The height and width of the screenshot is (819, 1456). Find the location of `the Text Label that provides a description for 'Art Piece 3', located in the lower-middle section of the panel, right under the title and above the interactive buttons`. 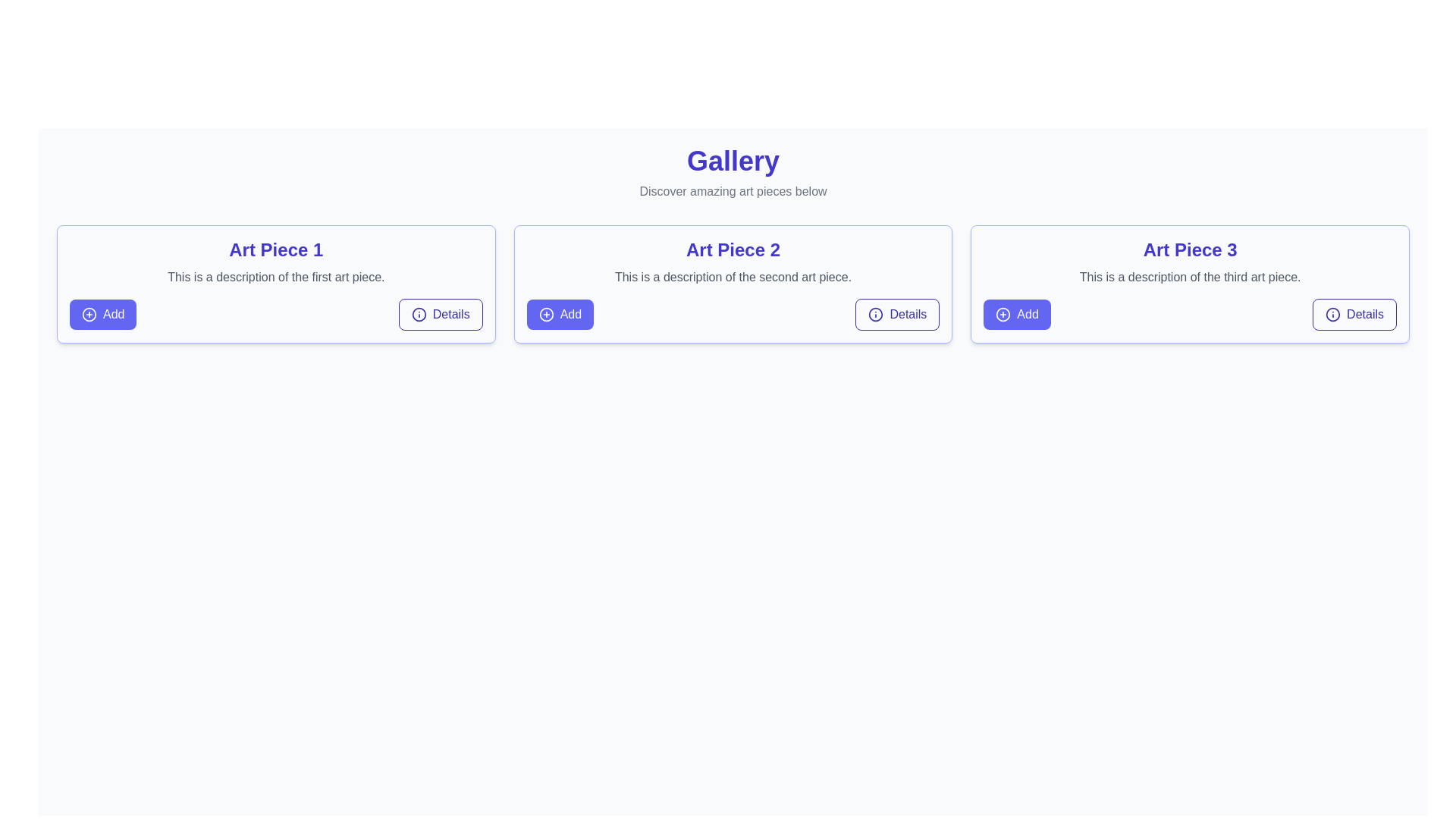

the Text Label that provides a description for 'Art Piece 3', located in the lower-middle section of the panel, right under the title and above the interactive buttons is located at coordinates (1189, 278).